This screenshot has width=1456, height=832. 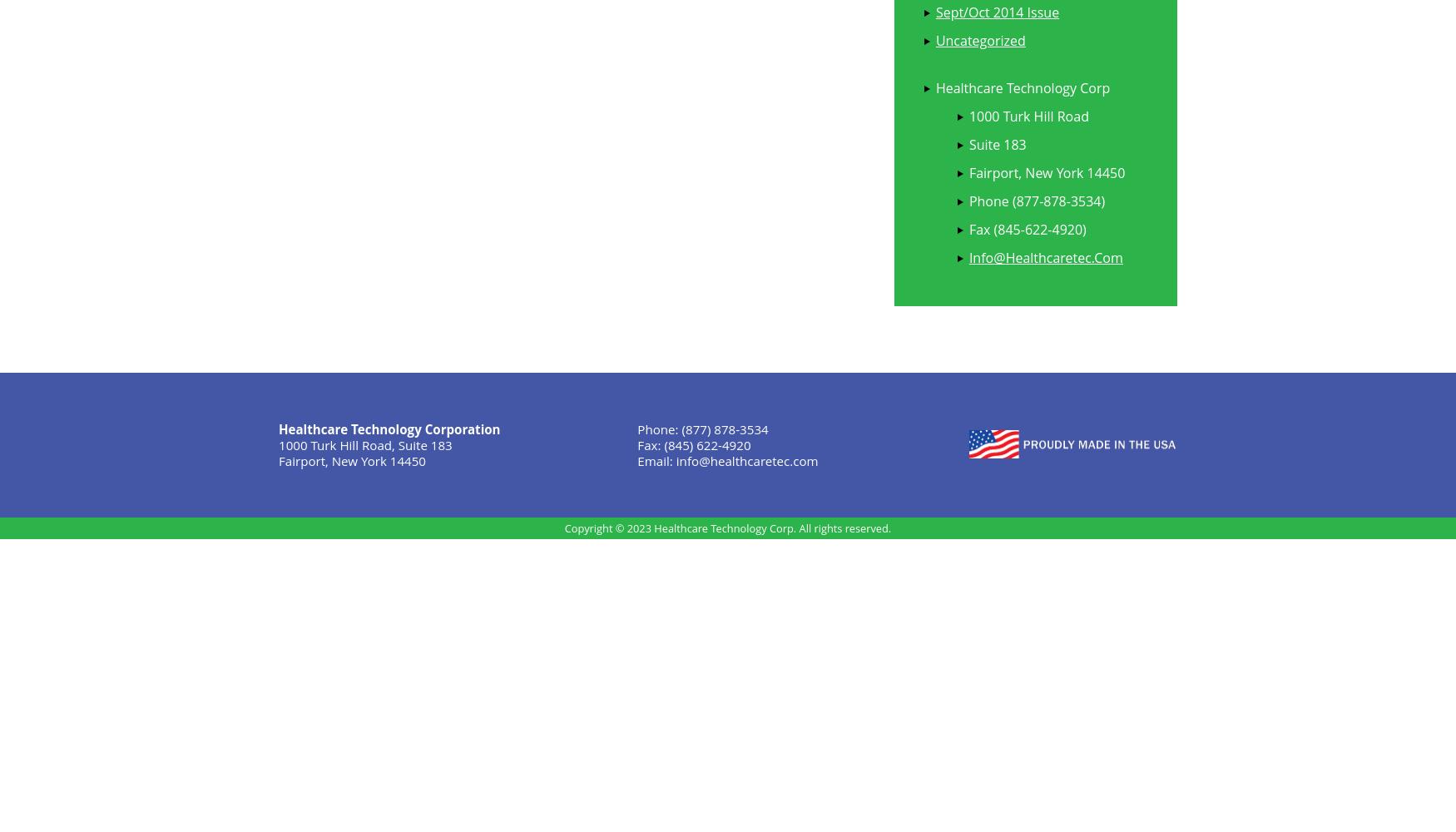 What do you see at coordinates (1046, 172) in the screenshot?
I see `'Fairport, New York  14450'` at bounding box center [1046, 172].